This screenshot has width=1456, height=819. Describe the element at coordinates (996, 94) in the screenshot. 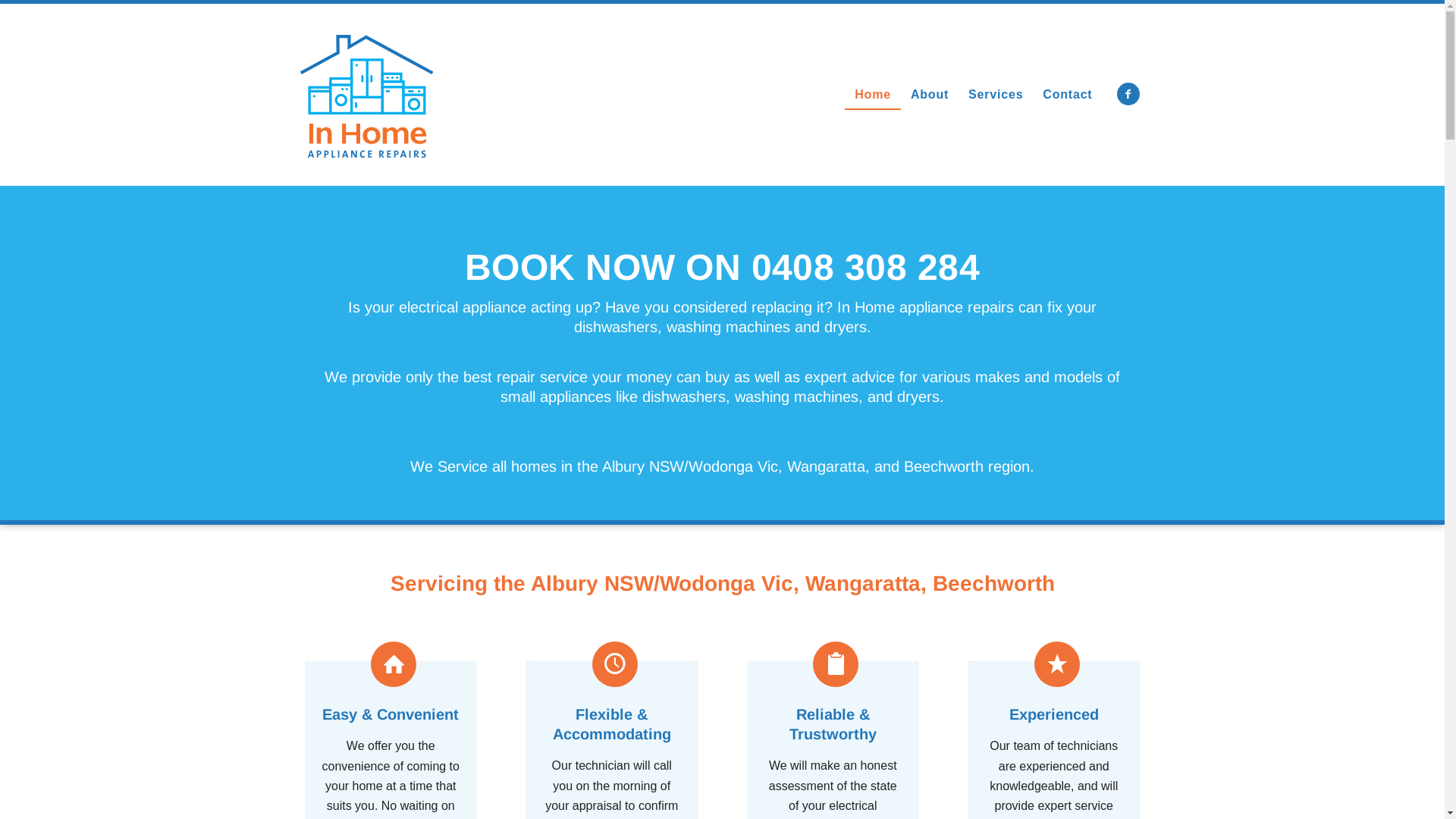

I see `'Services'` at that location.